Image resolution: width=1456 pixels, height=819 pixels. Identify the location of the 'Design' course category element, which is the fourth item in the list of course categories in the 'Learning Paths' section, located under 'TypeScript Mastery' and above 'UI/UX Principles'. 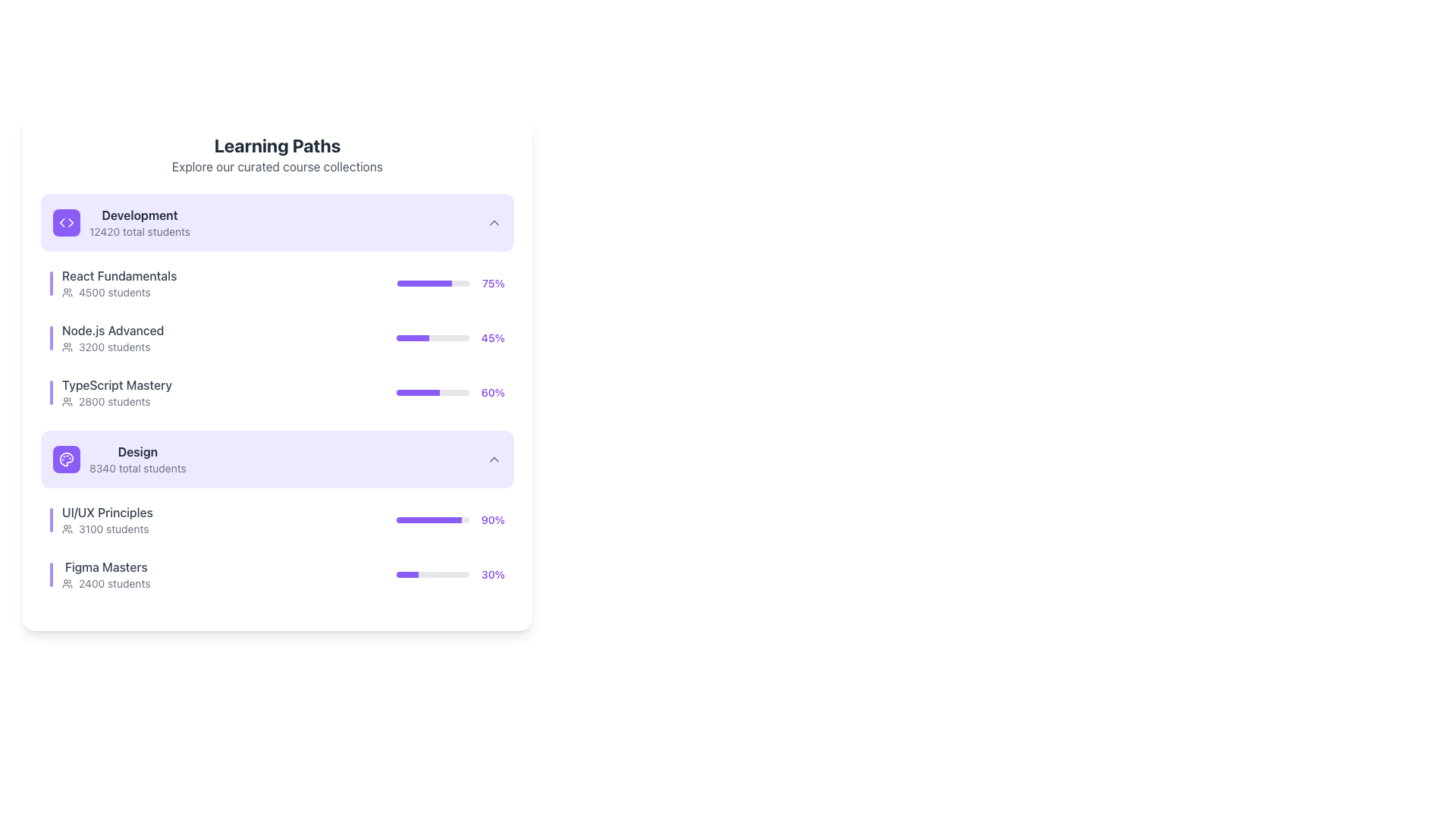
(118, 458).